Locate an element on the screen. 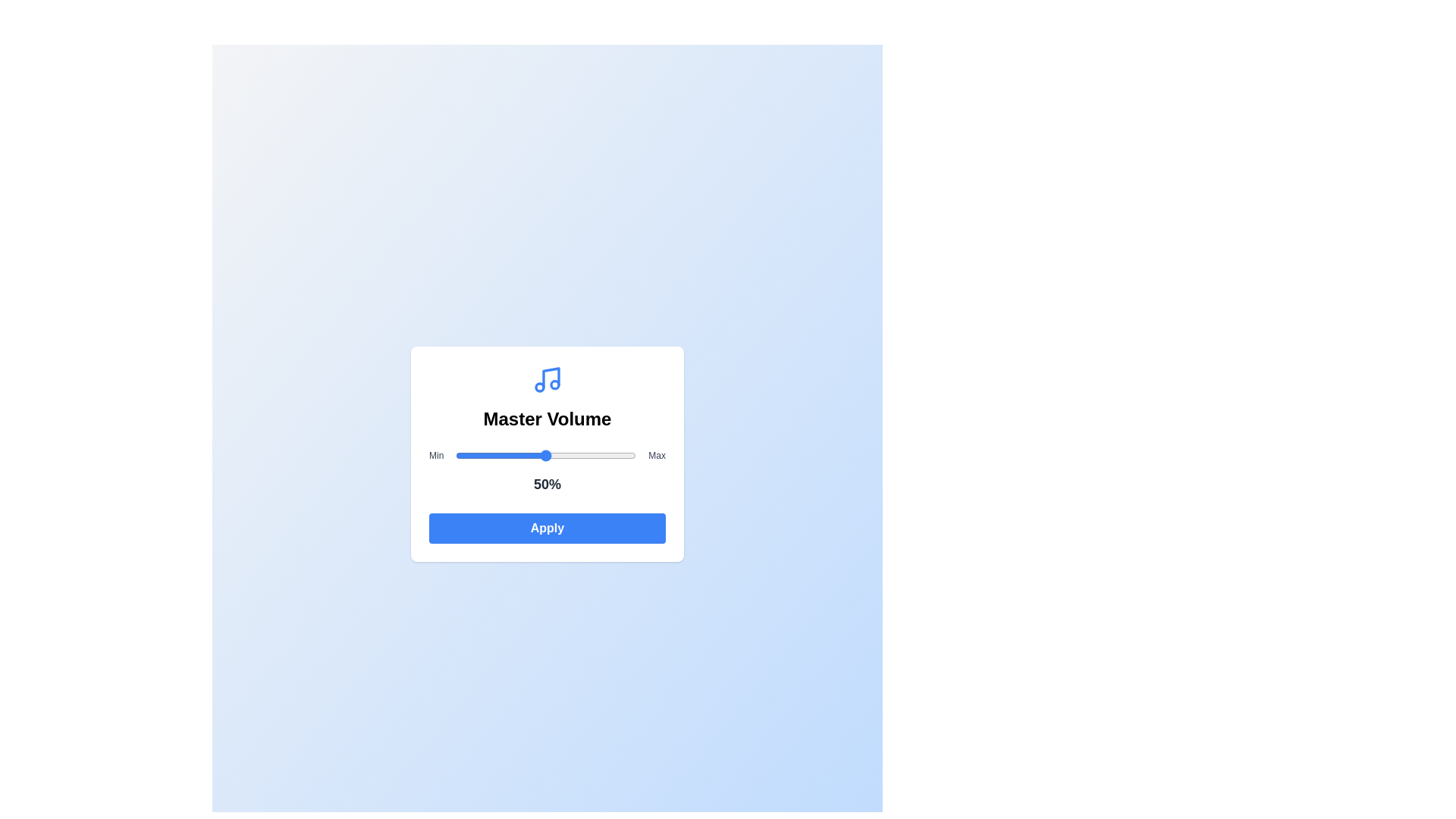  the Apply button to confirm the selected volume is located at coordinates (546, 528).